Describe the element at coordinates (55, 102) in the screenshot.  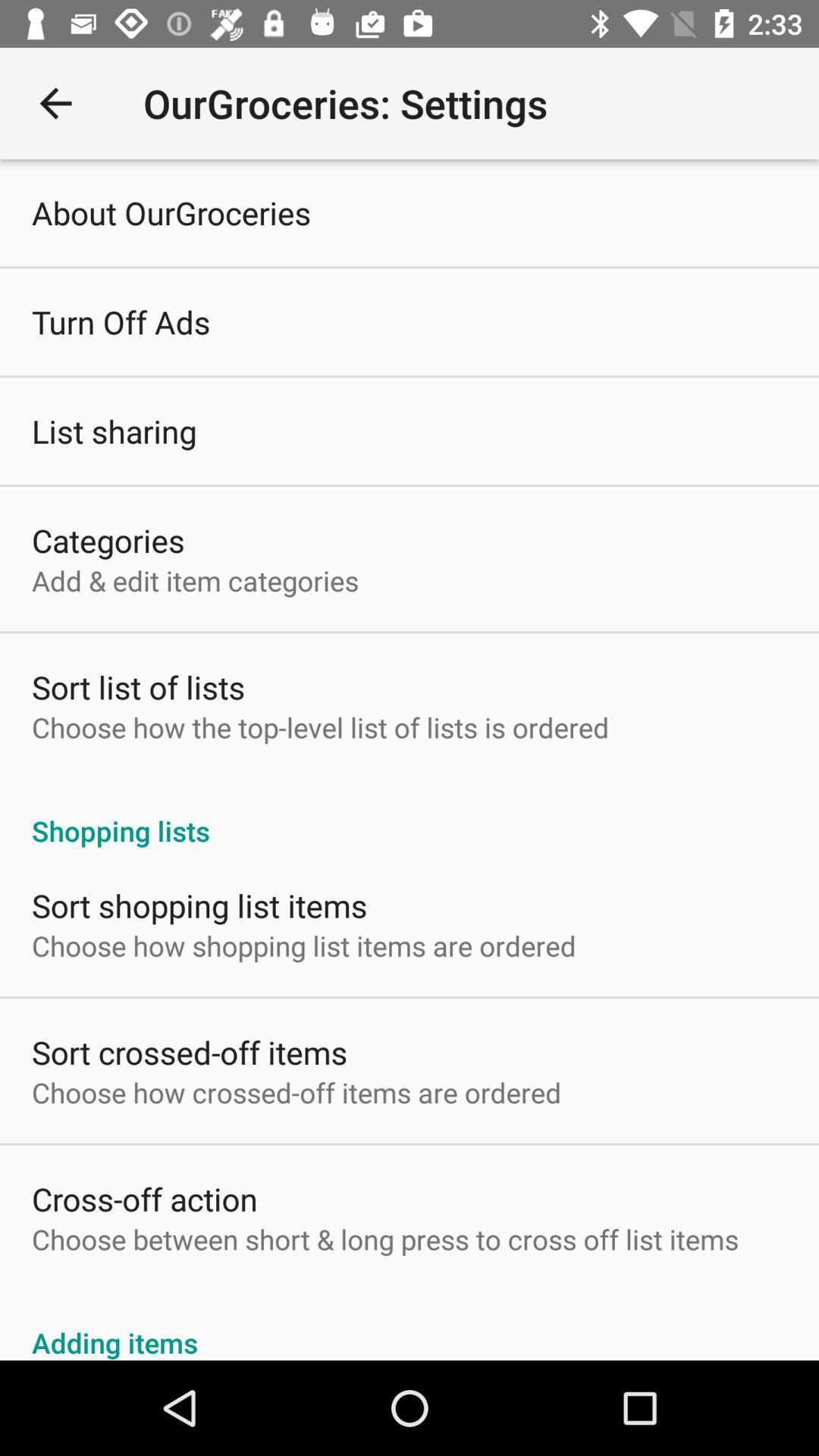
I see `the icon above the about ourgroceries item` at that location.